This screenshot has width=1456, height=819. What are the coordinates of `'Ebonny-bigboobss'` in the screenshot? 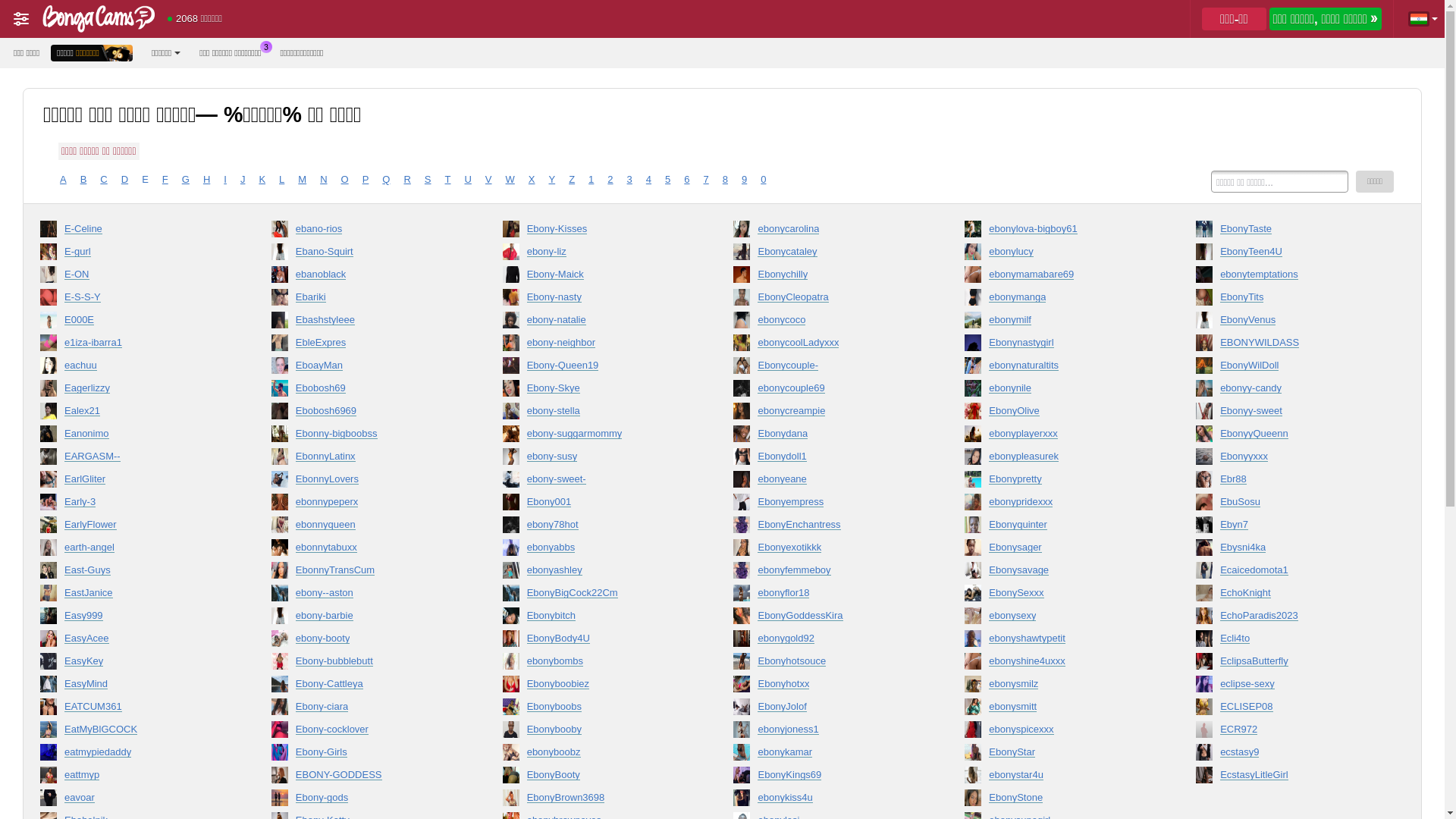 It's located at (365, 436).